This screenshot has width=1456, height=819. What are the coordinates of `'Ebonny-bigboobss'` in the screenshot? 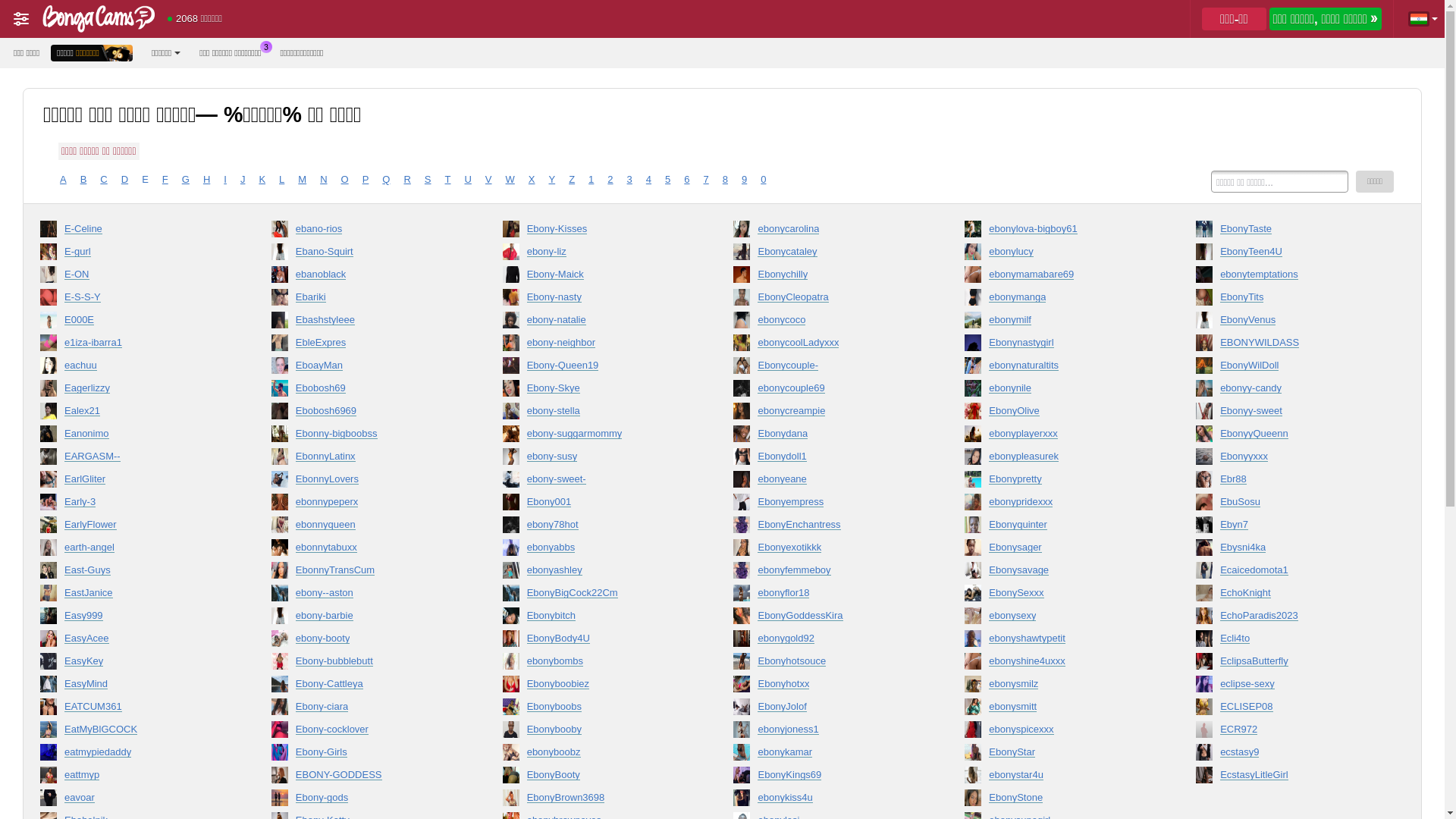 It's located at (365, 436).